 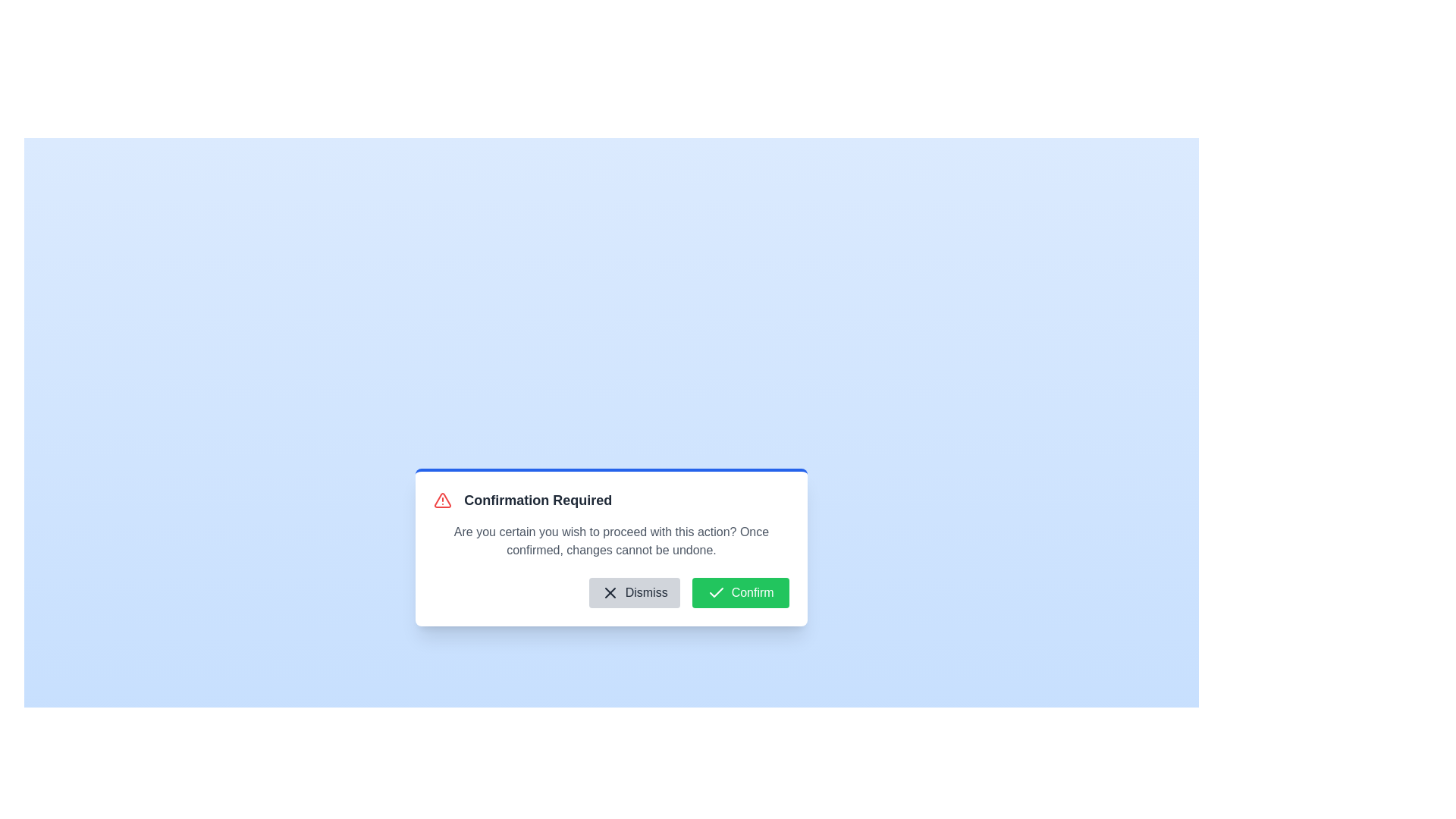 I want to click on the dismiss button located in the footer section of the 'Confirmation Required' dialog box, so click(x=611, y=592).